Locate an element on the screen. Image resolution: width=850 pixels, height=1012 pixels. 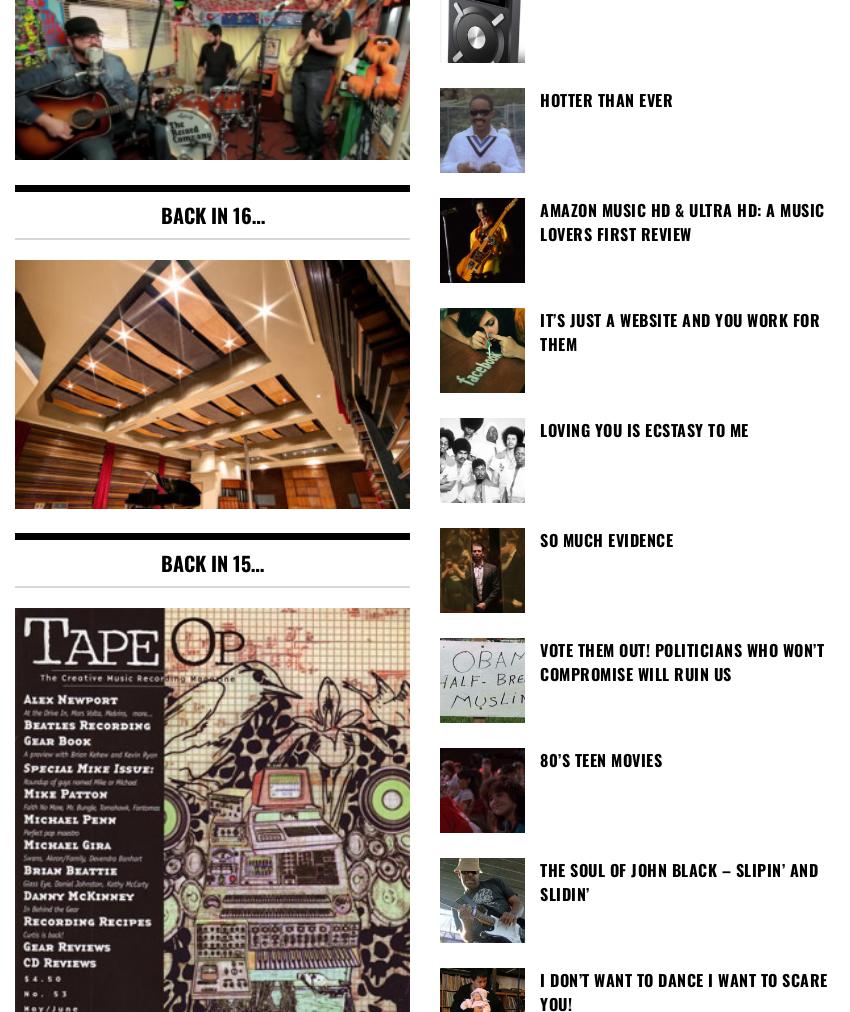
'80’s Teen Movies' is located at coordinates (600, 759).